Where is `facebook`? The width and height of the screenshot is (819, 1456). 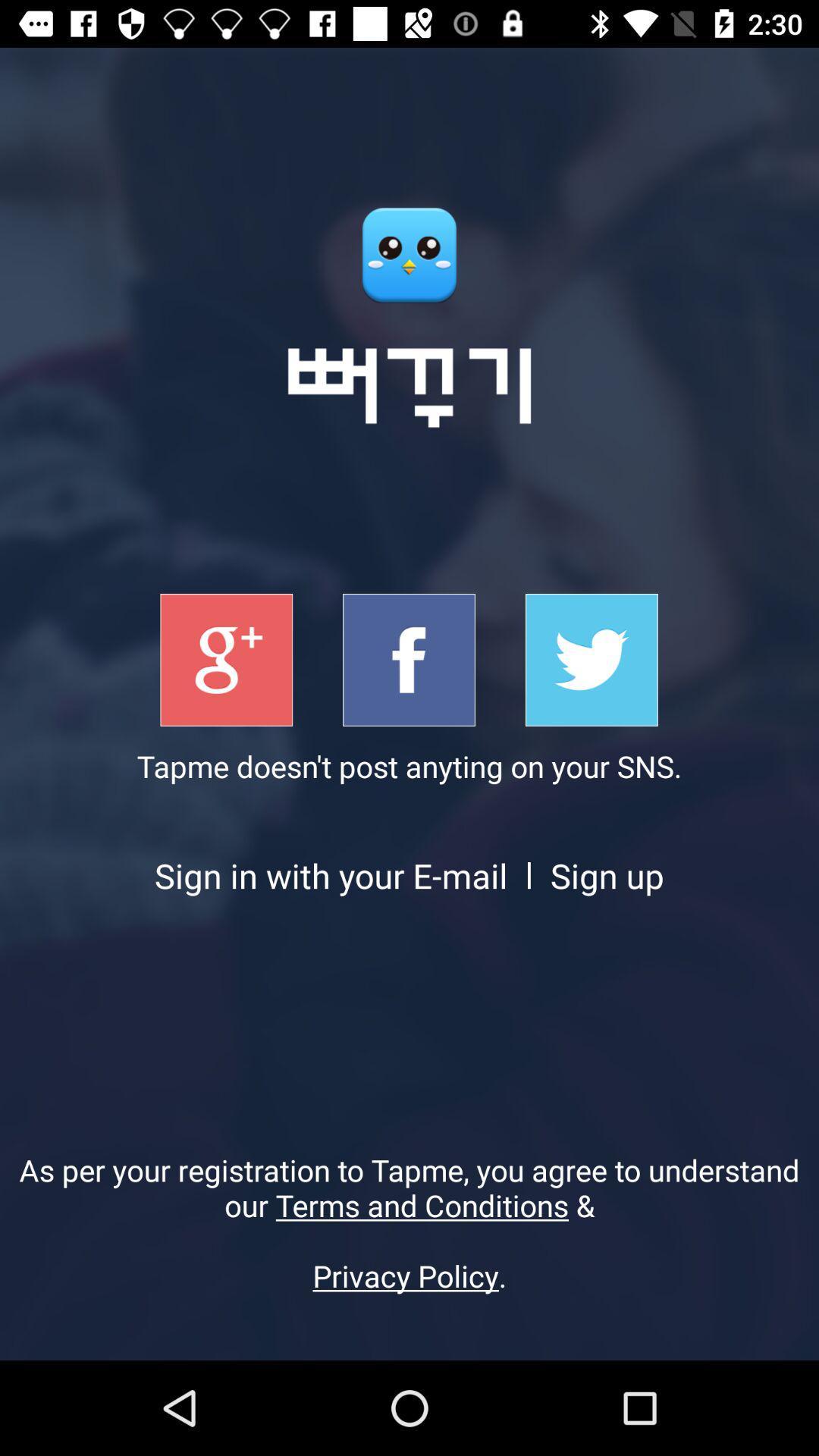
facebook is located at coordinates (408, 660).